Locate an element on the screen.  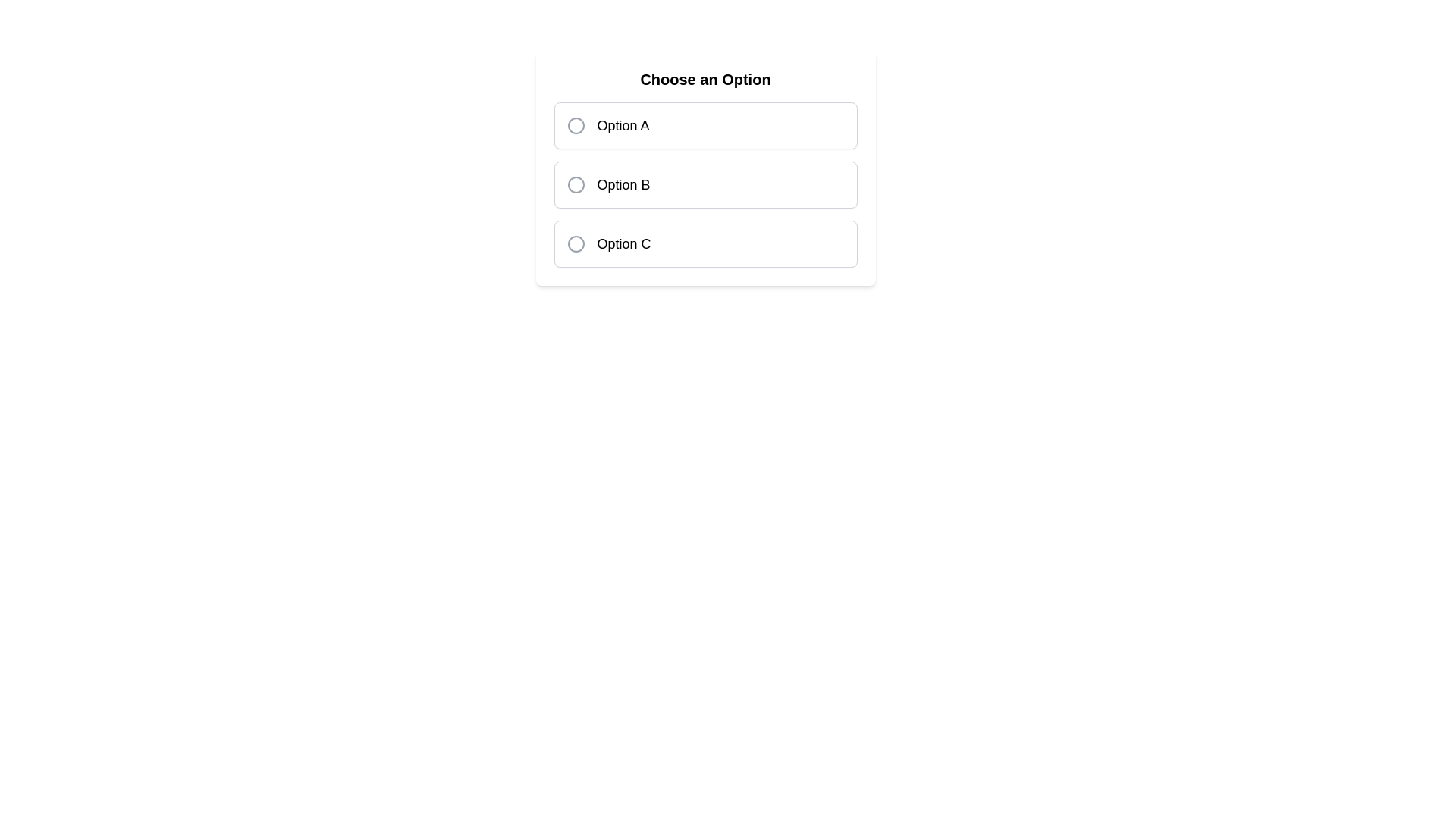
the radio button associated with 'Option B' is located at coordinates (575, 184).